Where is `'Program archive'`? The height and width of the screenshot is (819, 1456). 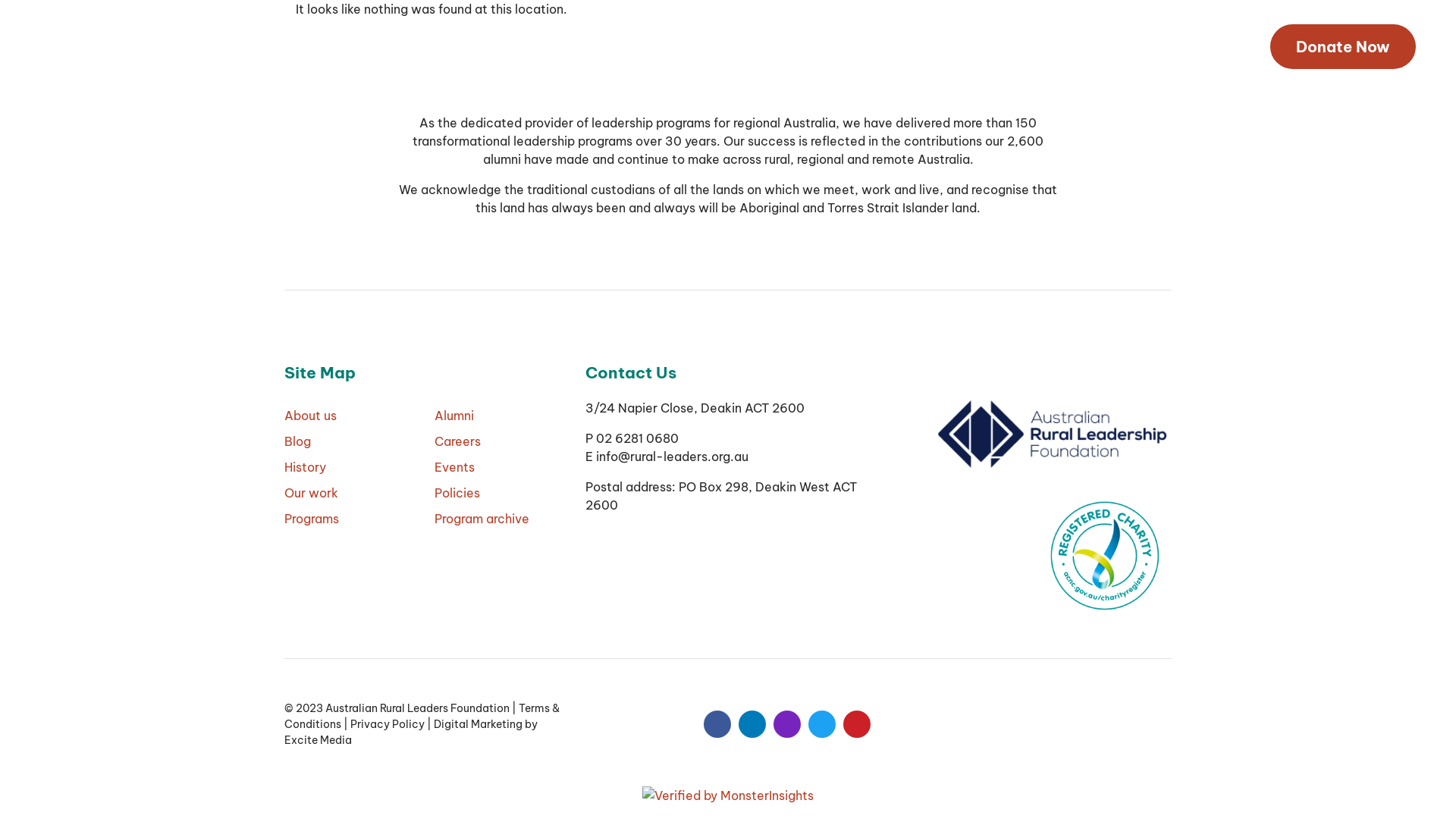
'Program archive' is located at coordinates (433, 517).